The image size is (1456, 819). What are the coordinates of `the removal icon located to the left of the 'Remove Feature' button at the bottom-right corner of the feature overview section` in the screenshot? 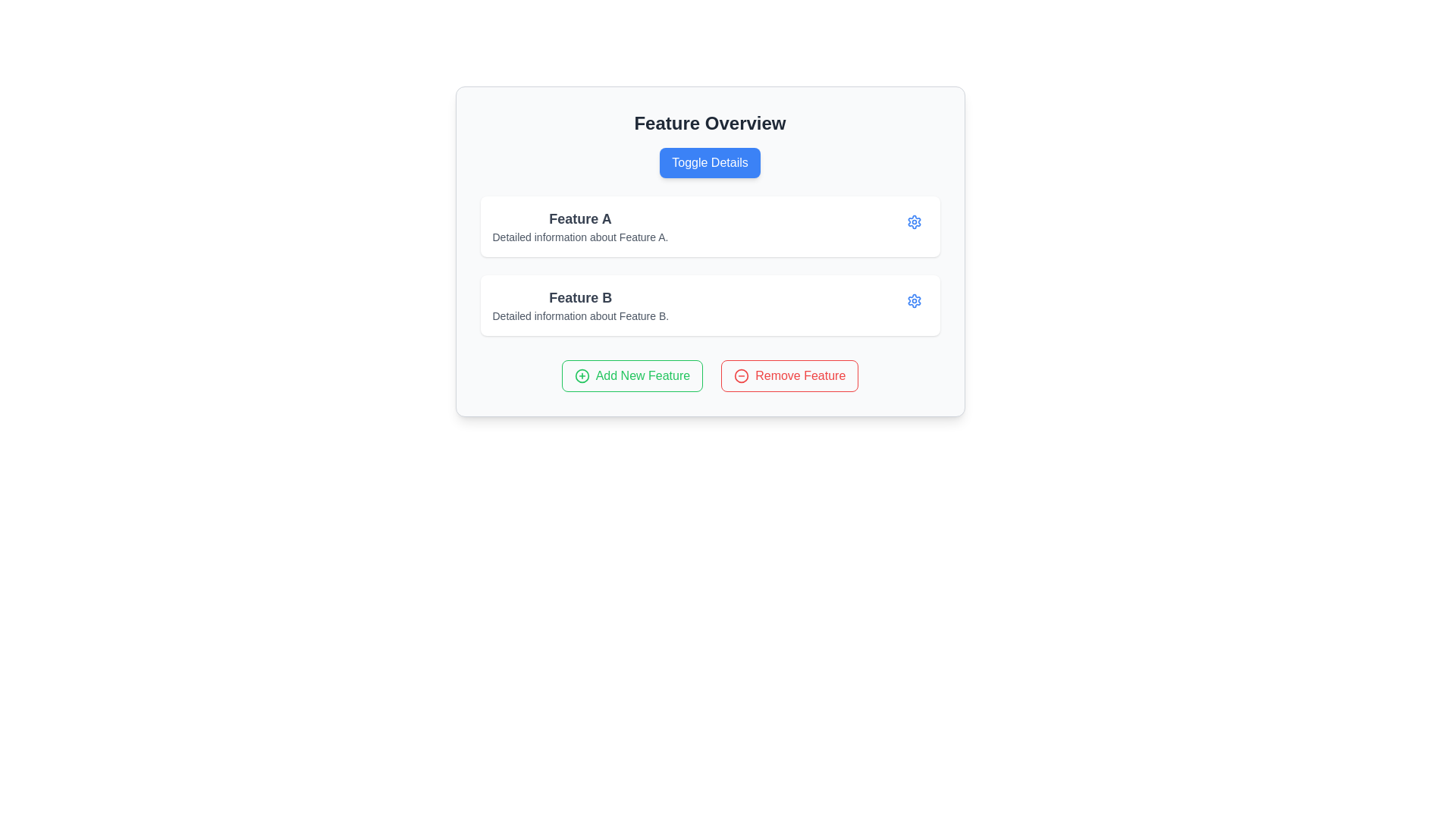 It's located at (742, 375).